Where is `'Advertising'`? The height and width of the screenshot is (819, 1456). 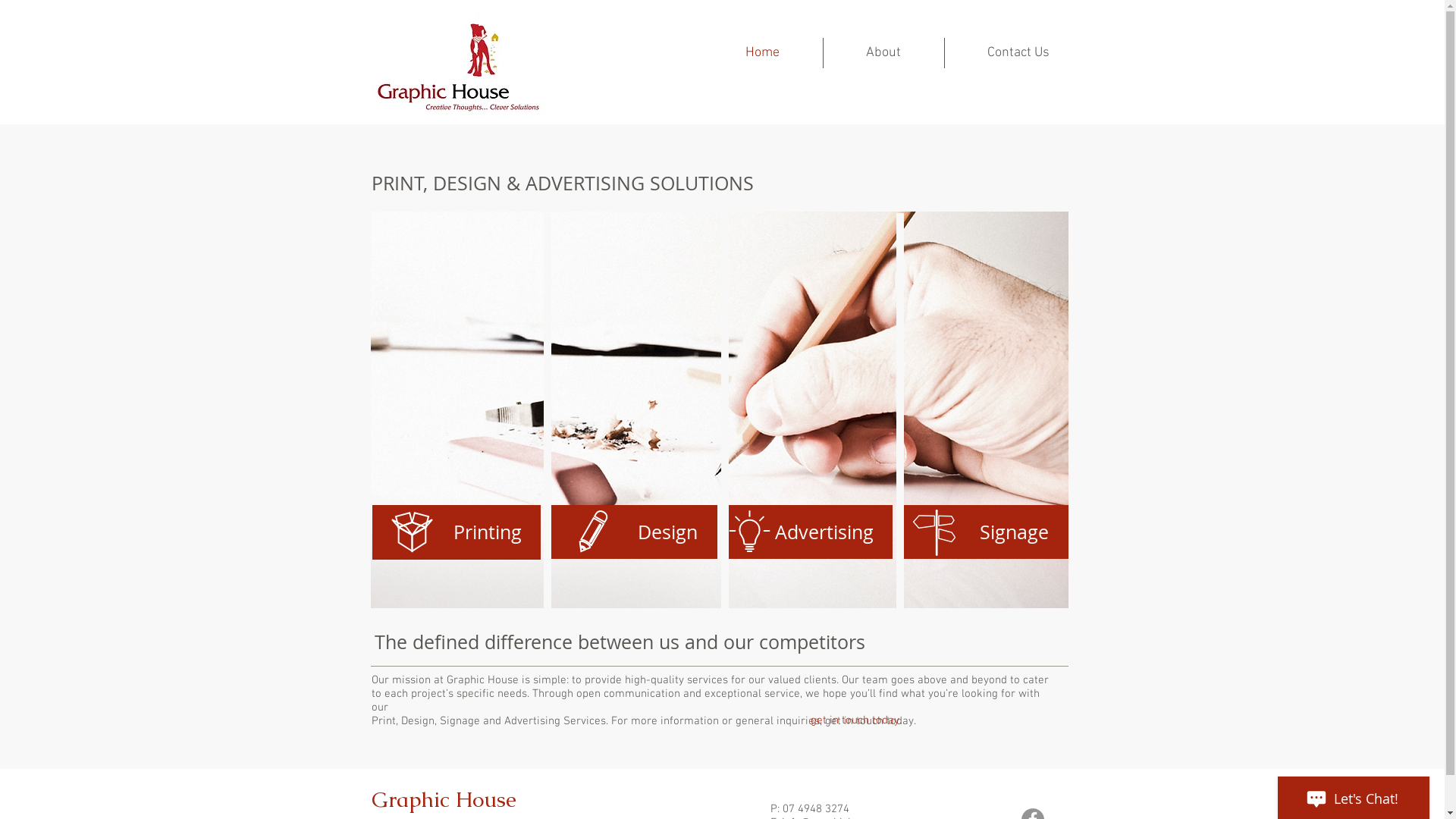
'Advertising' is located at coordinates (723, 531).